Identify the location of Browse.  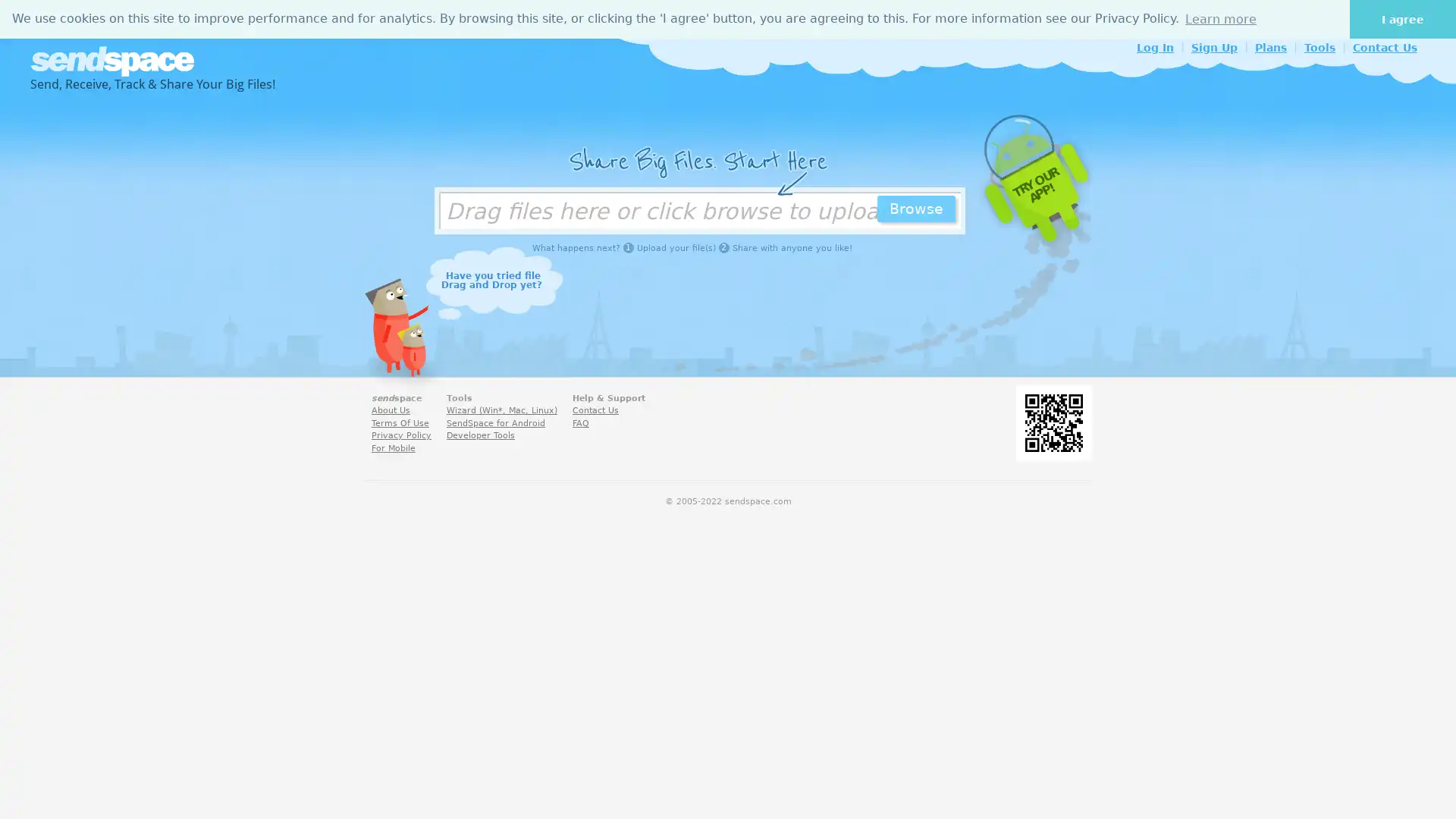
(915, 208).